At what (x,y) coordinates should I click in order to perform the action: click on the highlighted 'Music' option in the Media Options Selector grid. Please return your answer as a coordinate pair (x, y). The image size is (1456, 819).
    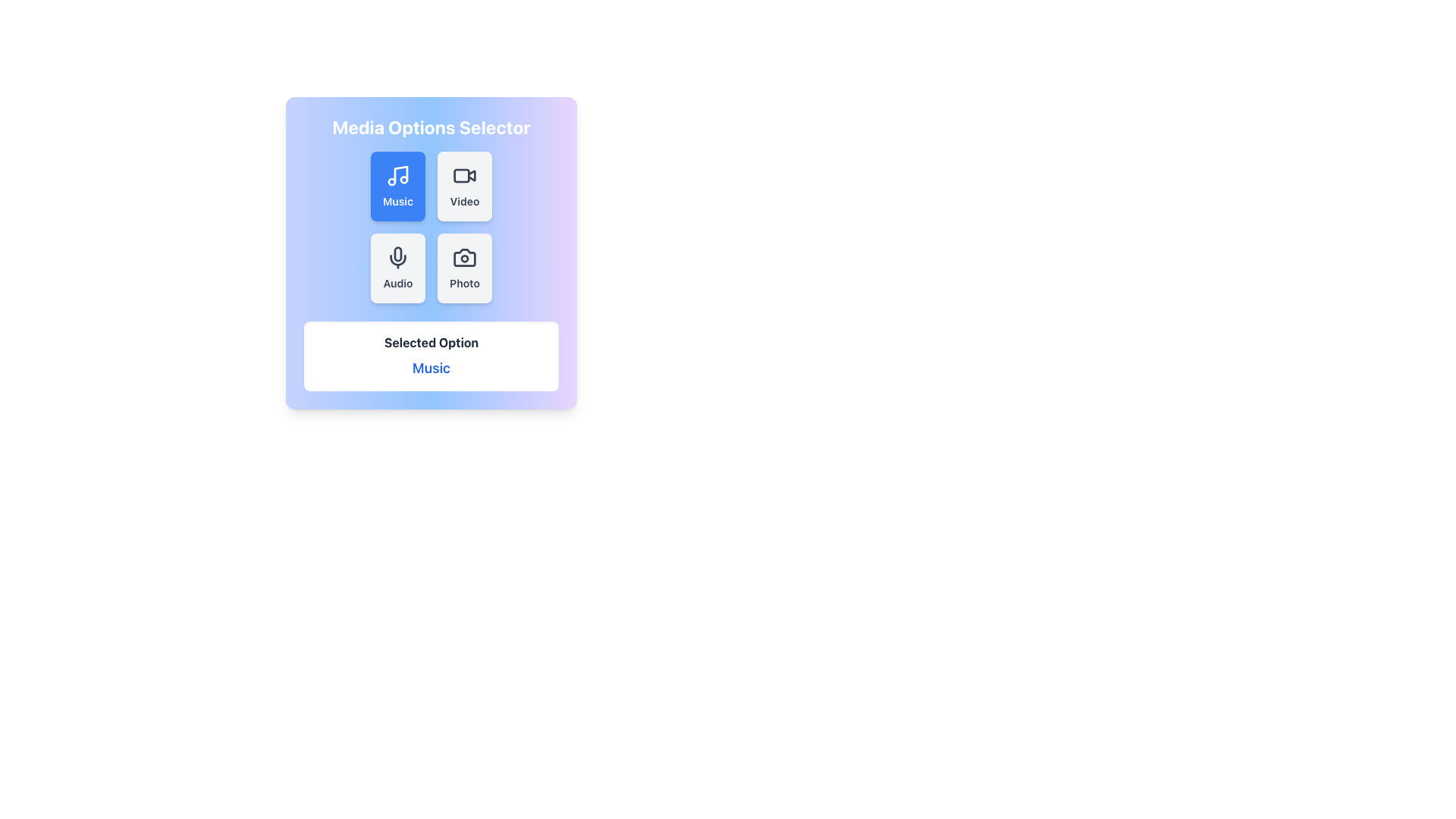
    Looking at the image, I should click on (431, 227).